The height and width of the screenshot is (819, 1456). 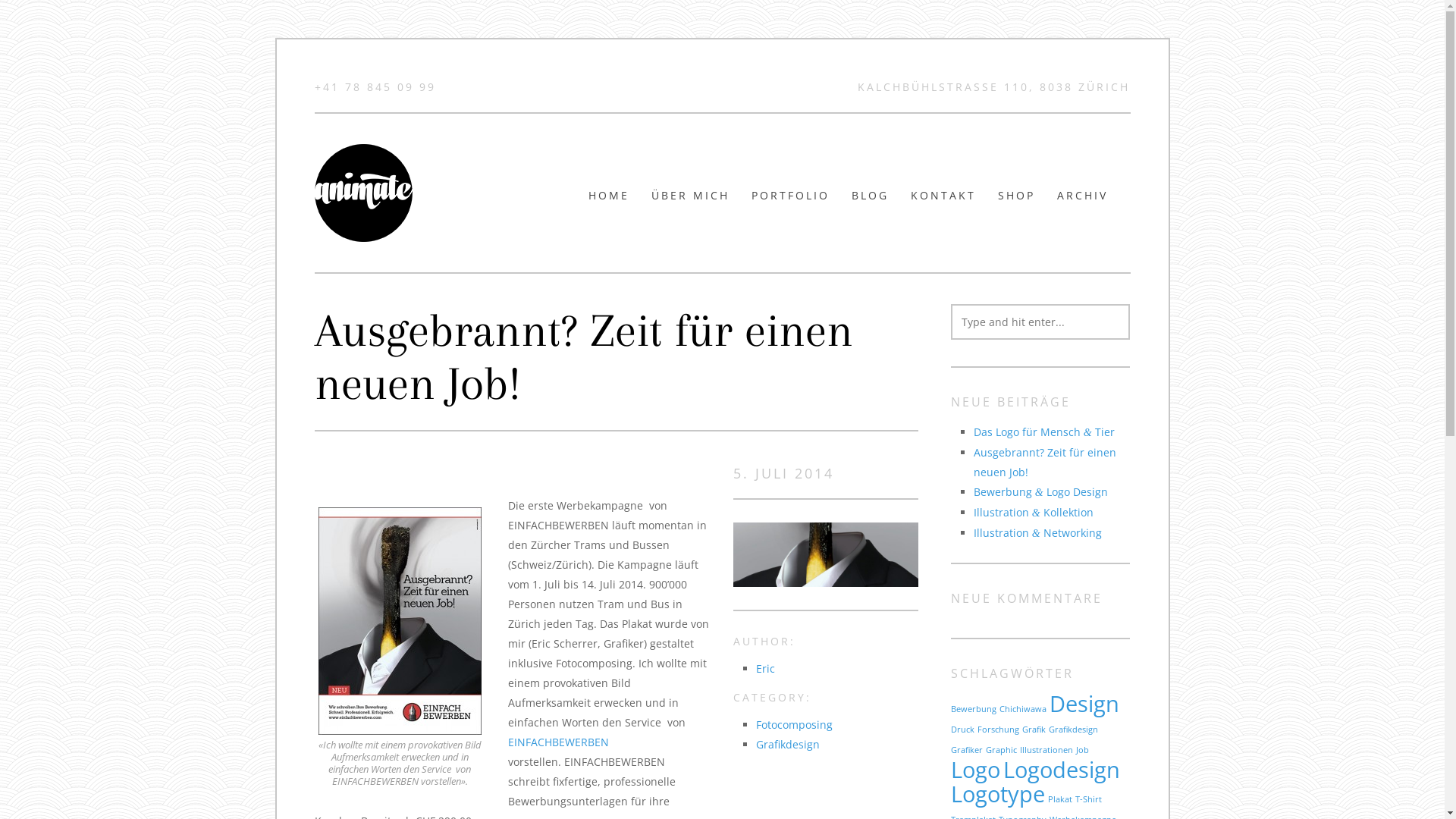 What do you see at coordinates (1056, 200) in the screenshot?
I see `'ARCHIV'` at bounding box center [1056, 200].